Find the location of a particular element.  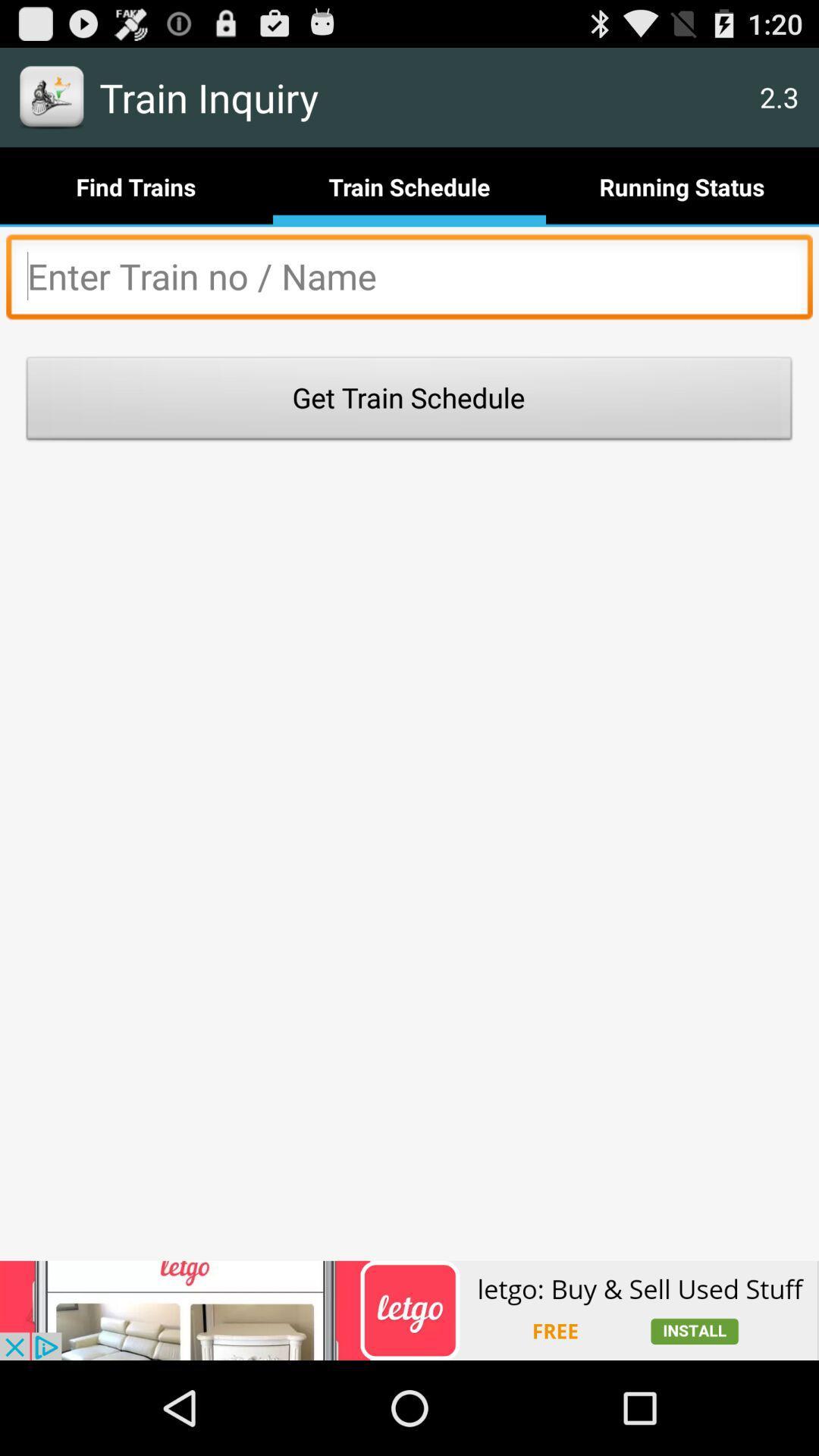

train number or name is located at coordinates (409, 281).